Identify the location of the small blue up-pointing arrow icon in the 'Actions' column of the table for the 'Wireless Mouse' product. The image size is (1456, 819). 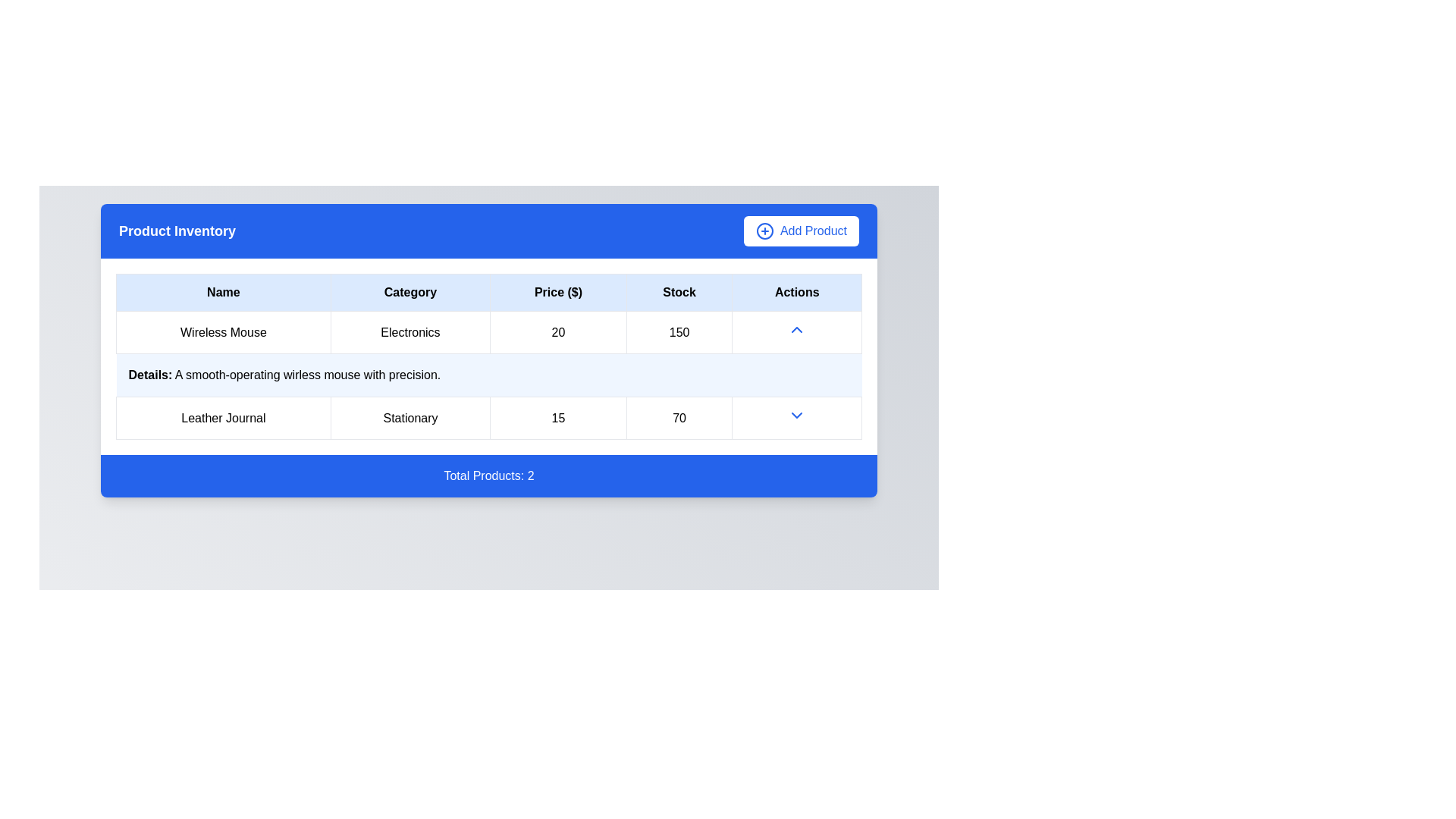
(796, 331).